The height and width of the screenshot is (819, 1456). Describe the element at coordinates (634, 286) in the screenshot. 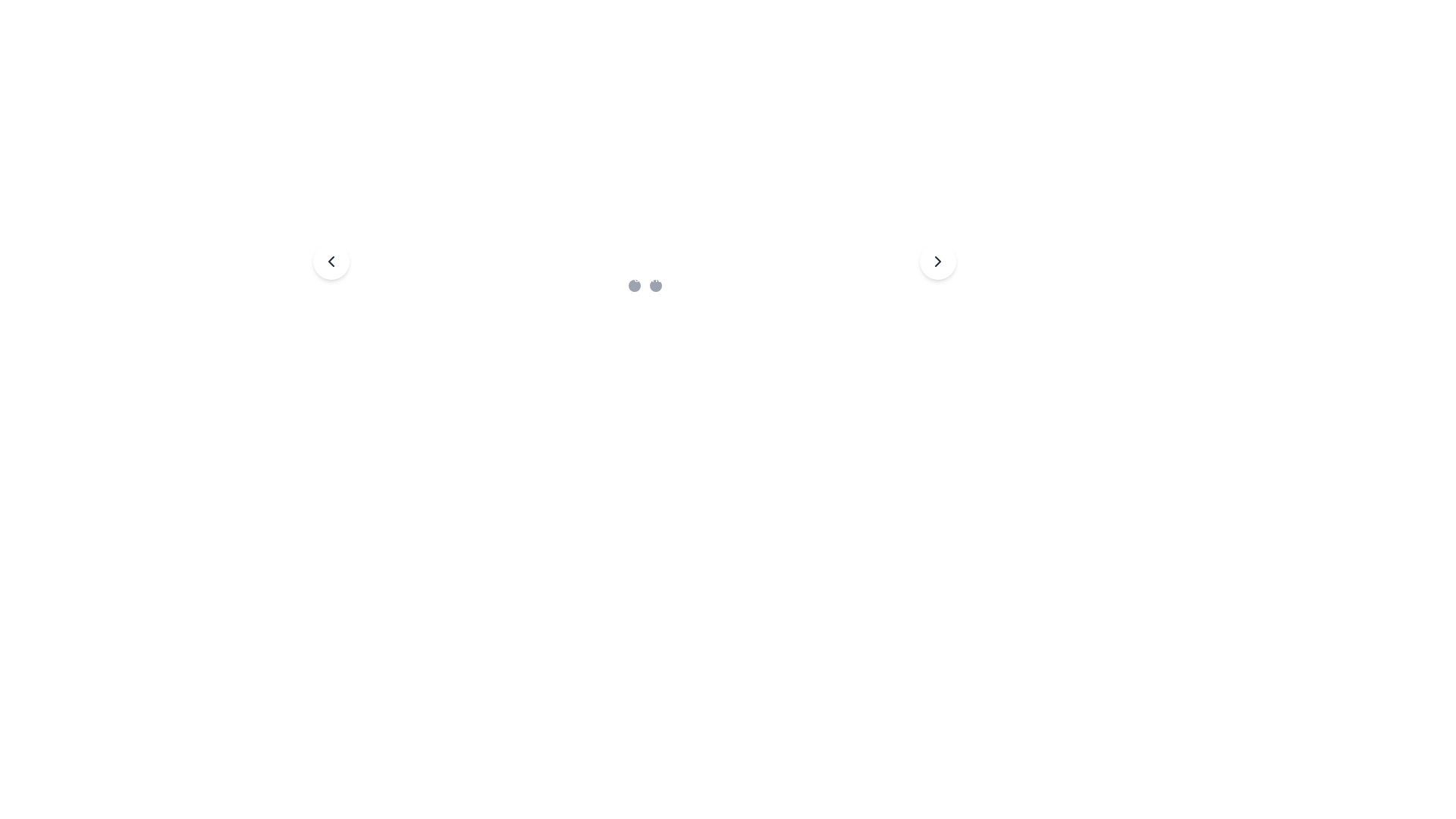

I see `the second circular indicator in the carousel navigation` at that location.